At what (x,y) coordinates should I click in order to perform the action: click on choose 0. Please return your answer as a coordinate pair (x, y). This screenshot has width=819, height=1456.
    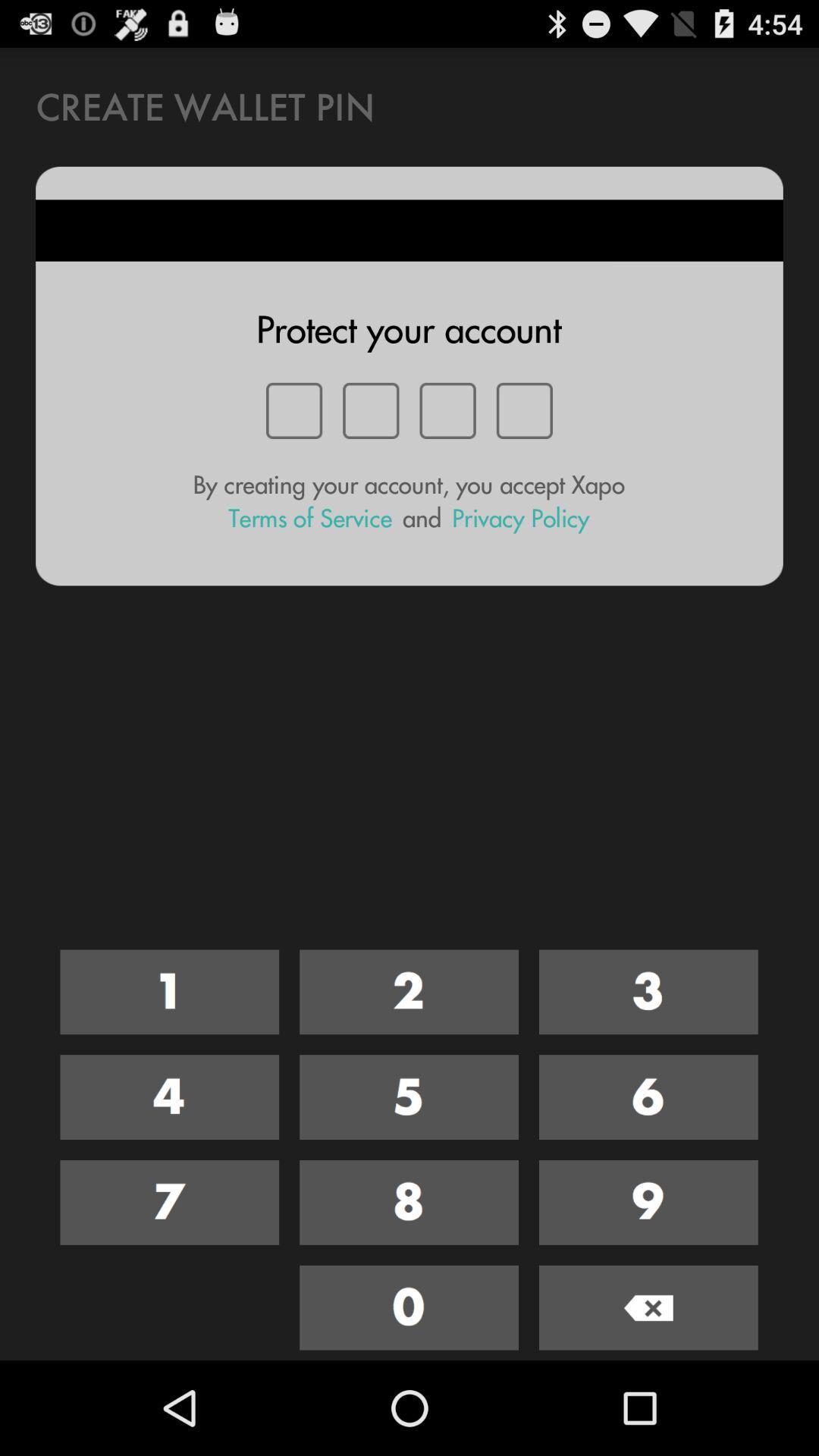
    Looking at the image, I should click on (408, 1307).